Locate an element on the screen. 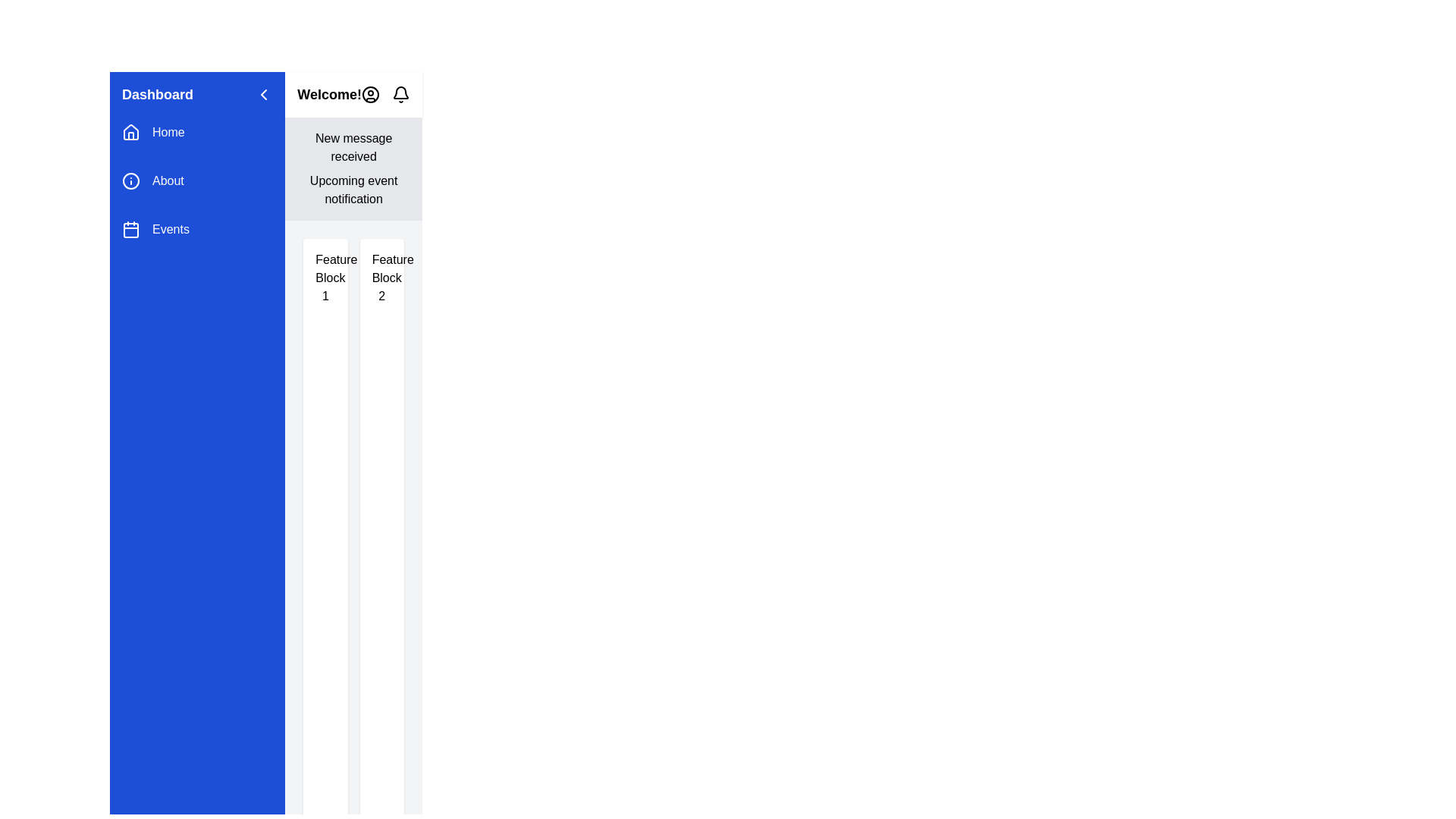 This screenshot has width=1456, height=819. the left-pointing chevron icon button with a blue background, located on the far-right side of the 'Dashboard' header bar is located at coordinates (264, 94).